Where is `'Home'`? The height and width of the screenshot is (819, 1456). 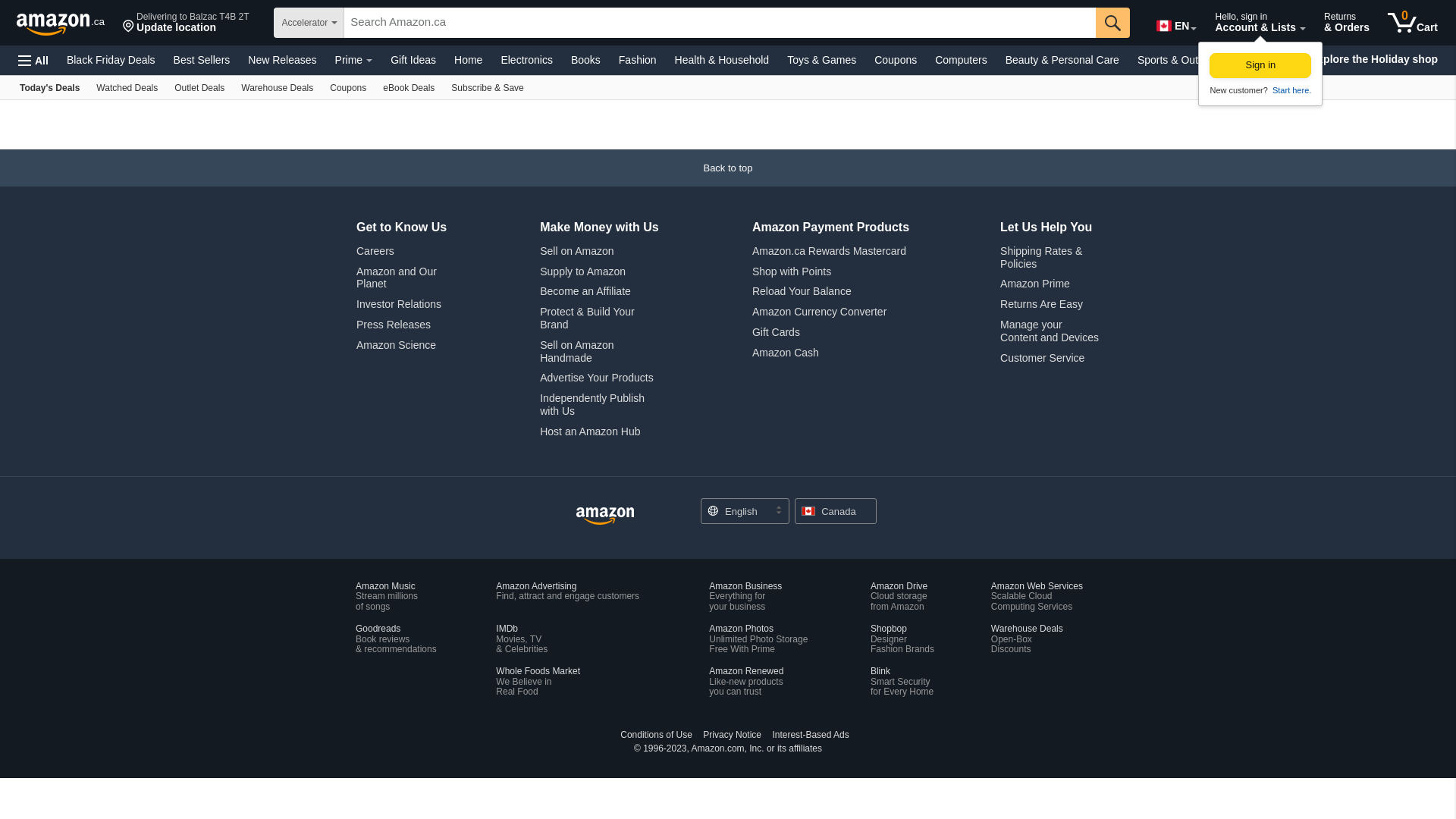 'Home' is located at coordinates (444, 58).